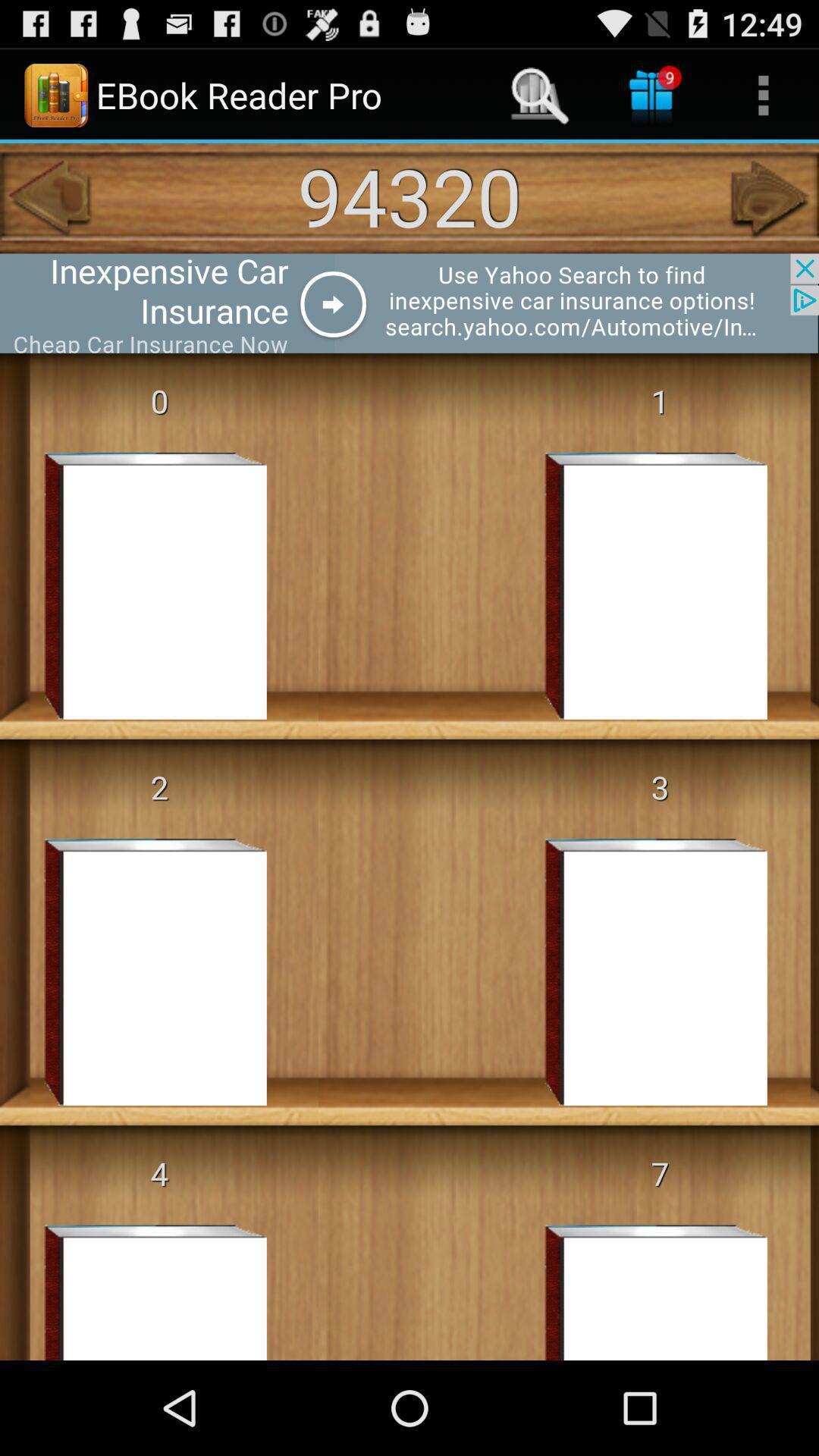  What do you see at coordinates (771, 212) in the screenshot?
I see `the arrow_forward icon` at bounding box center [771, 212].